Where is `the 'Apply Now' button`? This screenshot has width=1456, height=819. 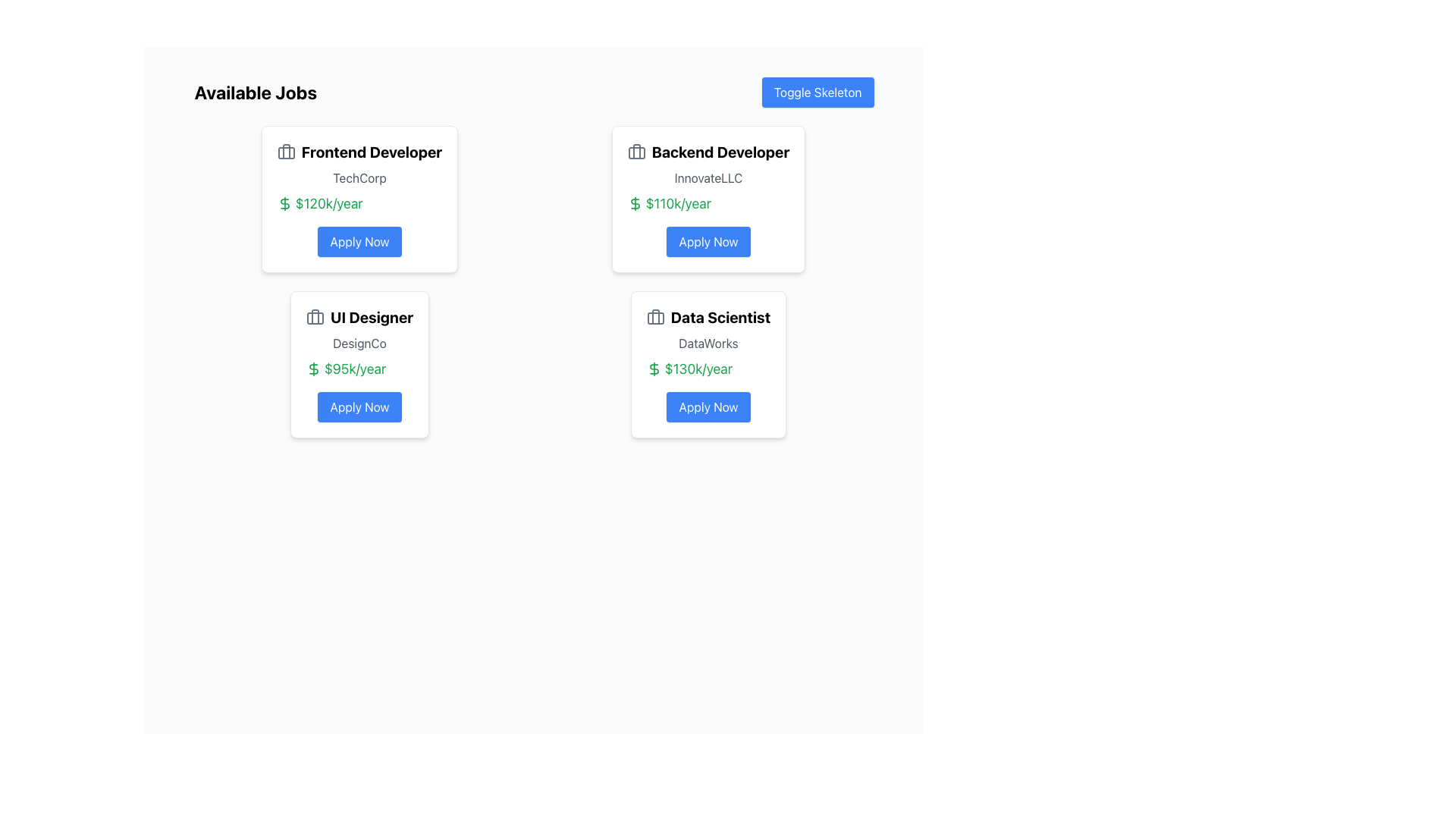 the 'Apply Now' button is located at coordinates (708, 406).